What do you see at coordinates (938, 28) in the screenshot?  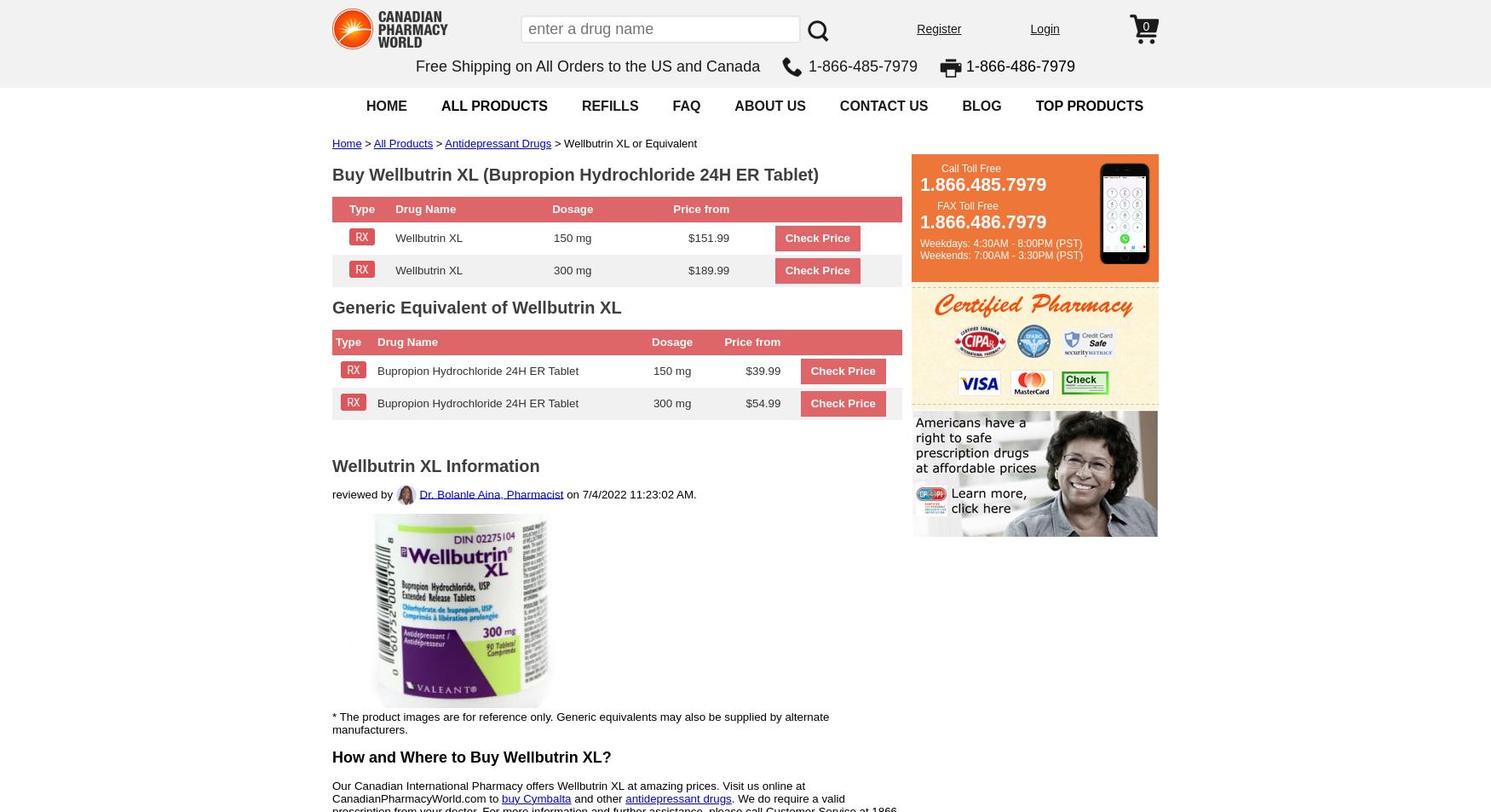 I see `'Register'` at bounding box center [938, 28].